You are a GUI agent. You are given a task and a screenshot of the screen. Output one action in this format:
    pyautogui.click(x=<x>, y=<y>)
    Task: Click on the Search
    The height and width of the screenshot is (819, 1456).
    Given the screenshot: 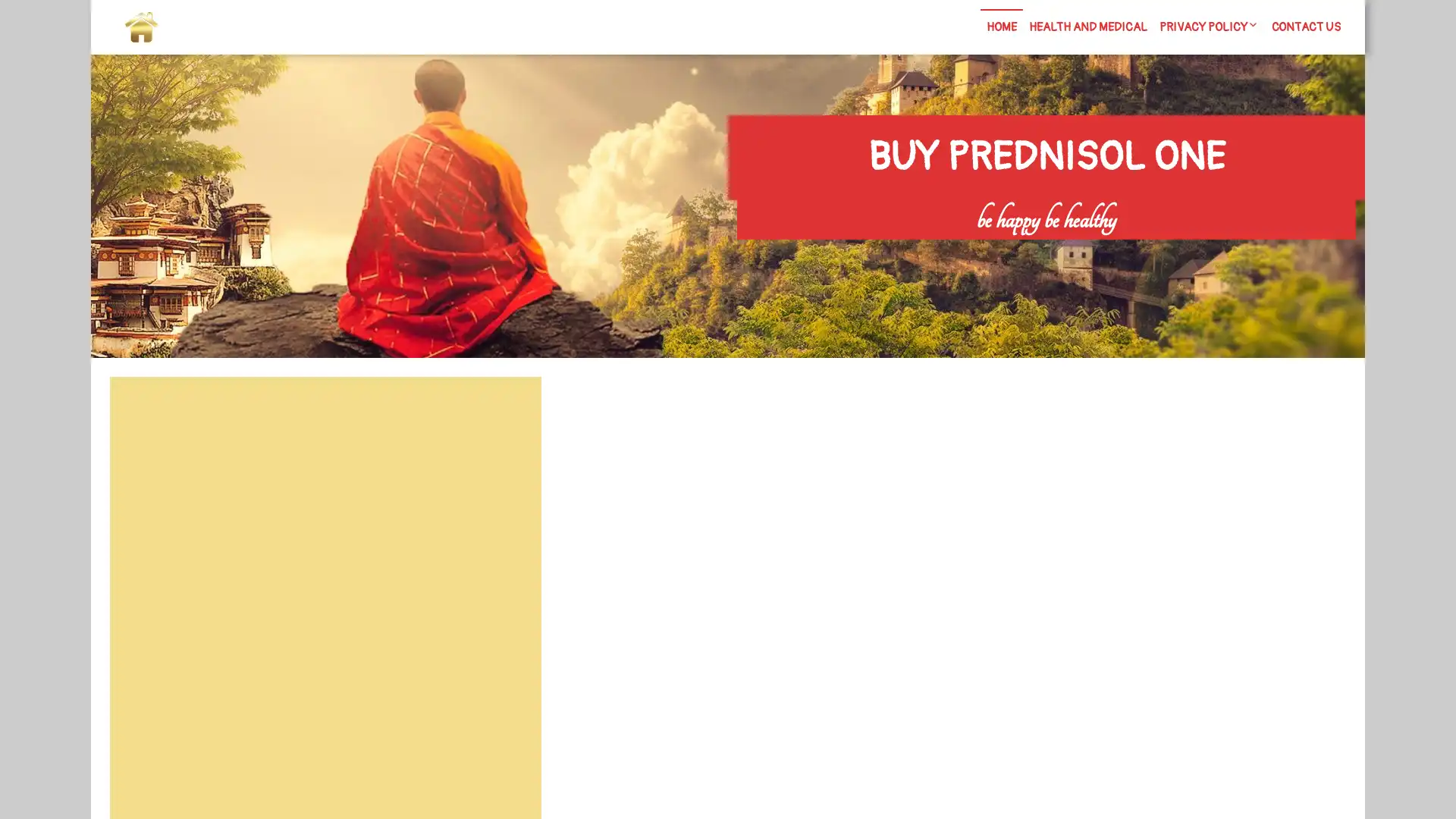 What is the action you would take?
    pyautogui.click(x=1181, y=248)
    